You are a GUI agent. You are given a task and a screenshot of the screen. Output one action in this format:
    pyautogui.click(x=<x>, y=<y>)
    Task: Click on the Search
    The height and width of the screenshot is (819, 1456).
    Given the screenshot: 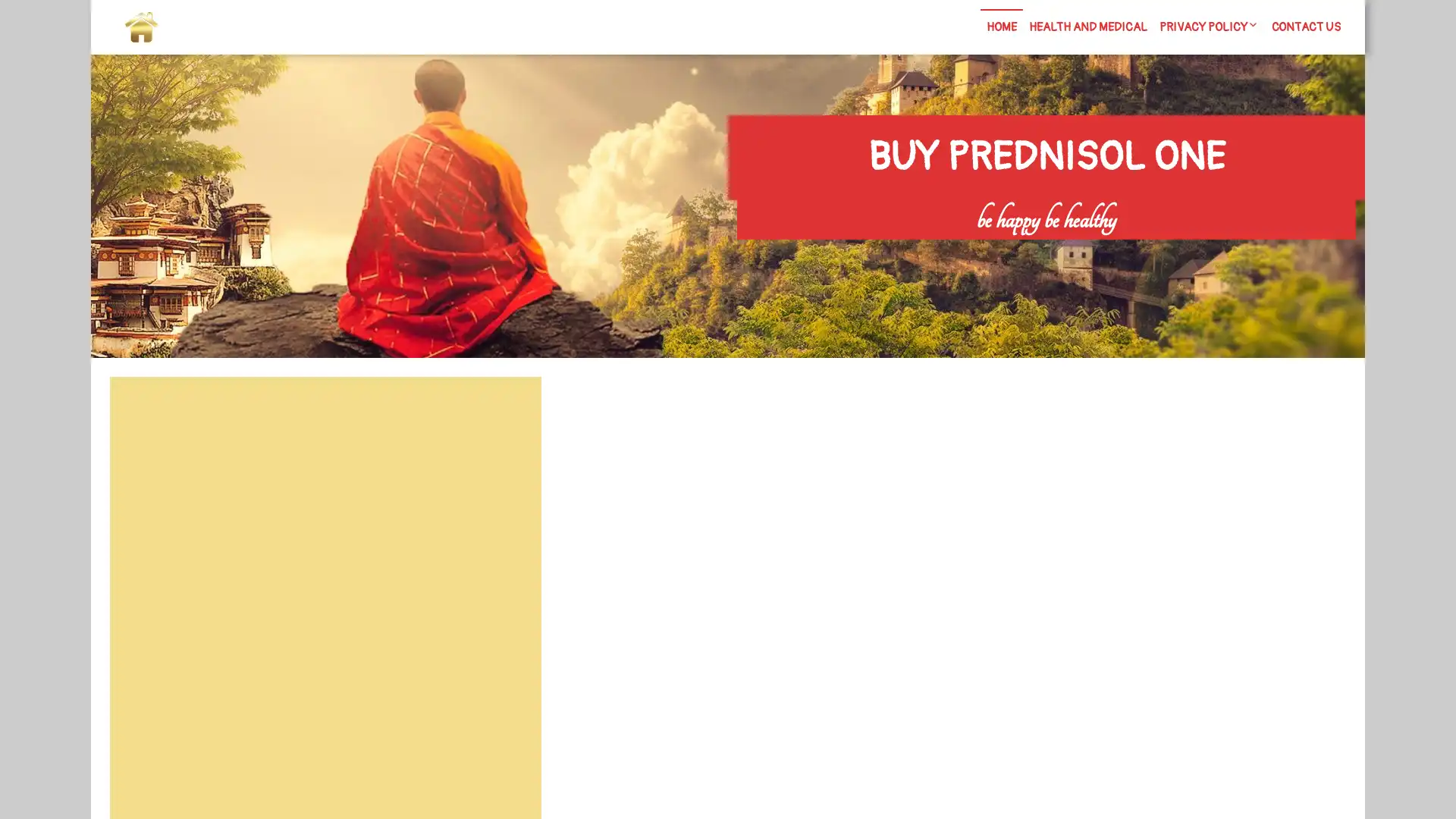 What is the action you would take?
    pyautogui.click(x=1181, y=248)
    